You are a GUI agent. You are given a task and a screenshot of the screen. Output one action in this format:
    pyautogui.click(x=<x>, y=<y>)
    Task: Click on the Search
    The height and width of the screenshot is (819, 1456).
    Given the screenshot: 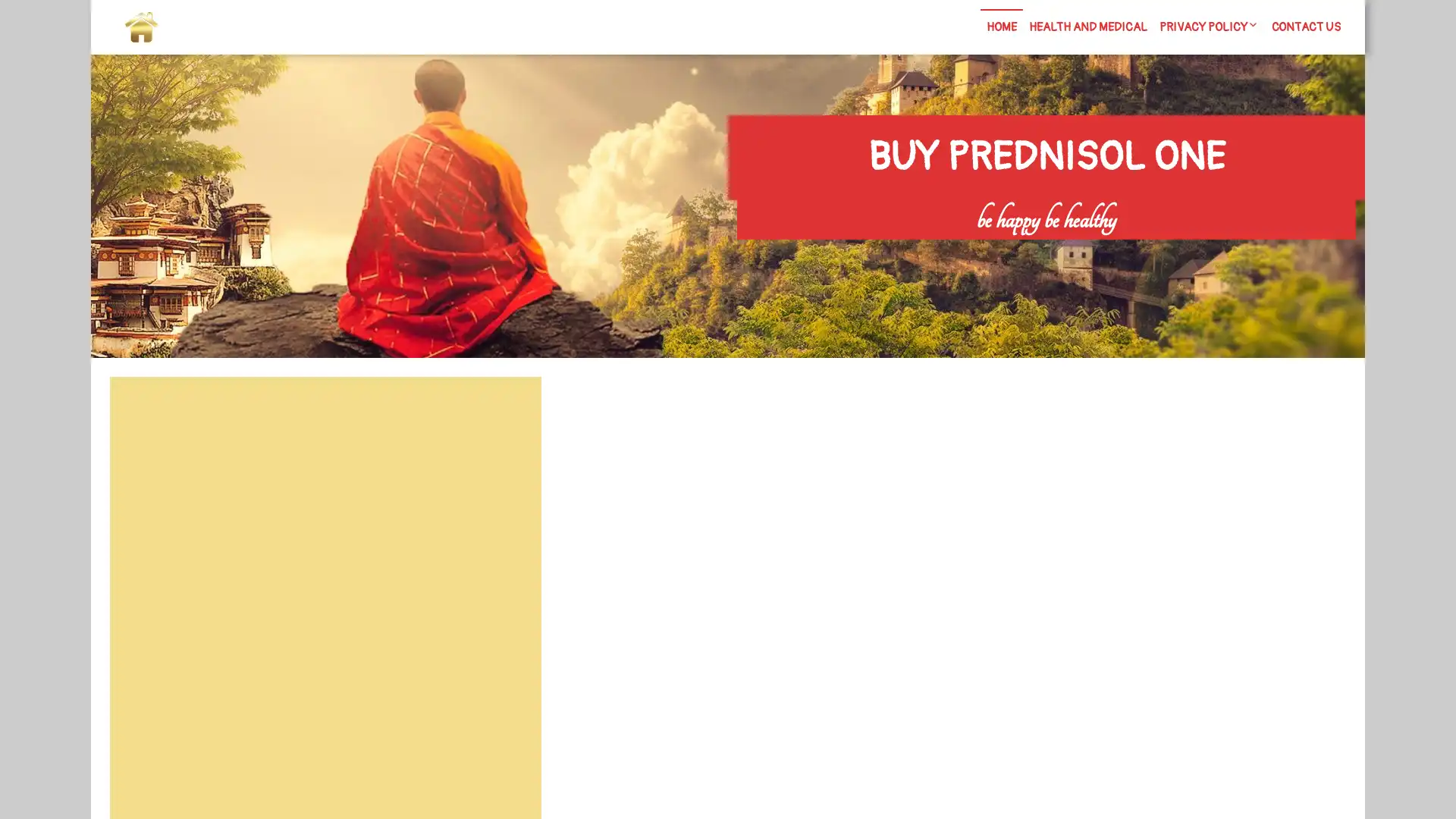 What is the action you would take?
    pyautogui.click(x=1181, y=248)
    